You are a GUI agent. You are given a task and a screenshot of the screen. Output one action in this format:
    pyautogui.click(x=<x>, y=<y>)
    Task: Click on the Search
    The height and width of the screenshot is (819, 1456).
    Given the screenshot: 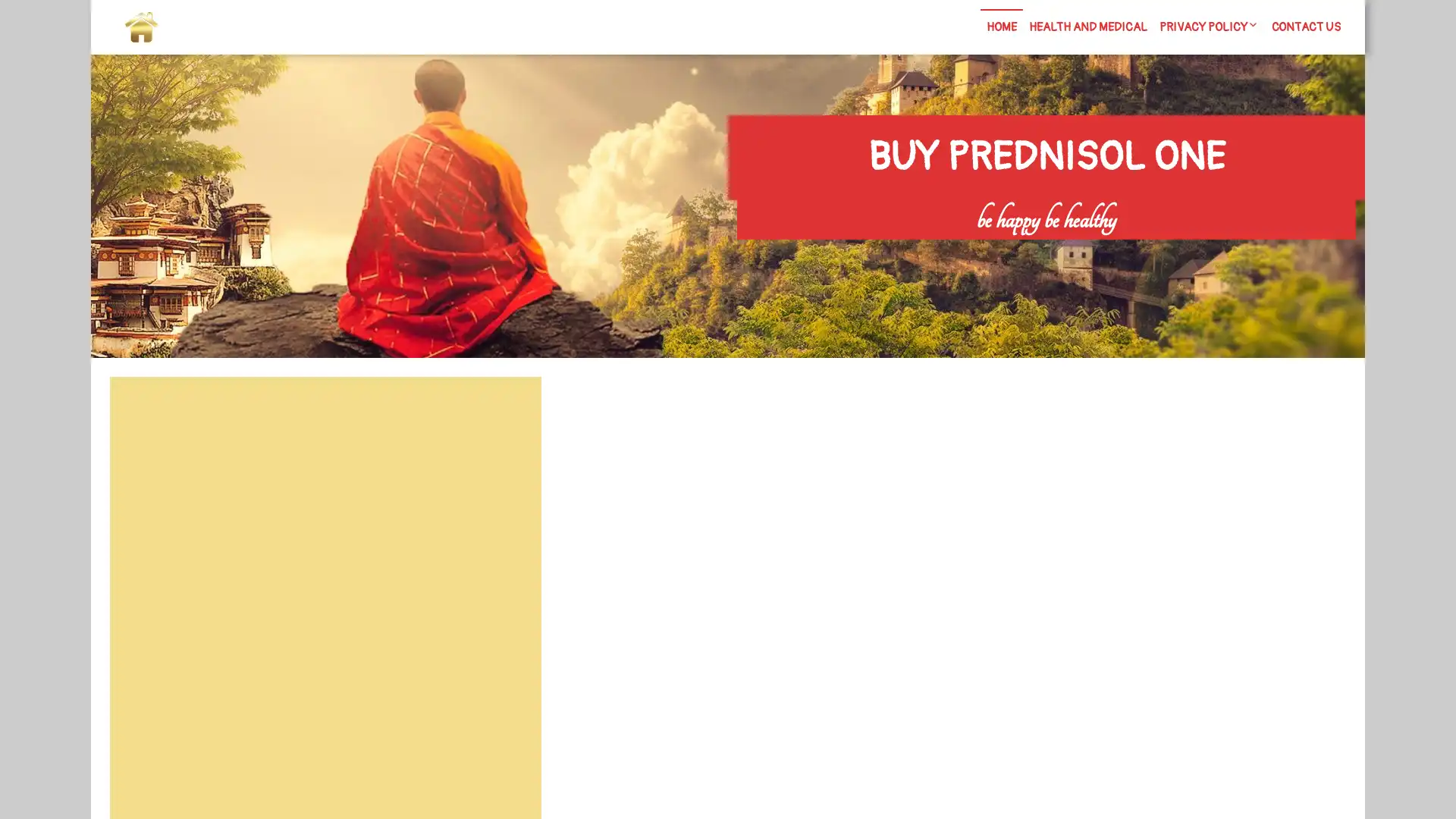 What is the action you would take?
    pyautogui.click(x=1181, y=248)
    